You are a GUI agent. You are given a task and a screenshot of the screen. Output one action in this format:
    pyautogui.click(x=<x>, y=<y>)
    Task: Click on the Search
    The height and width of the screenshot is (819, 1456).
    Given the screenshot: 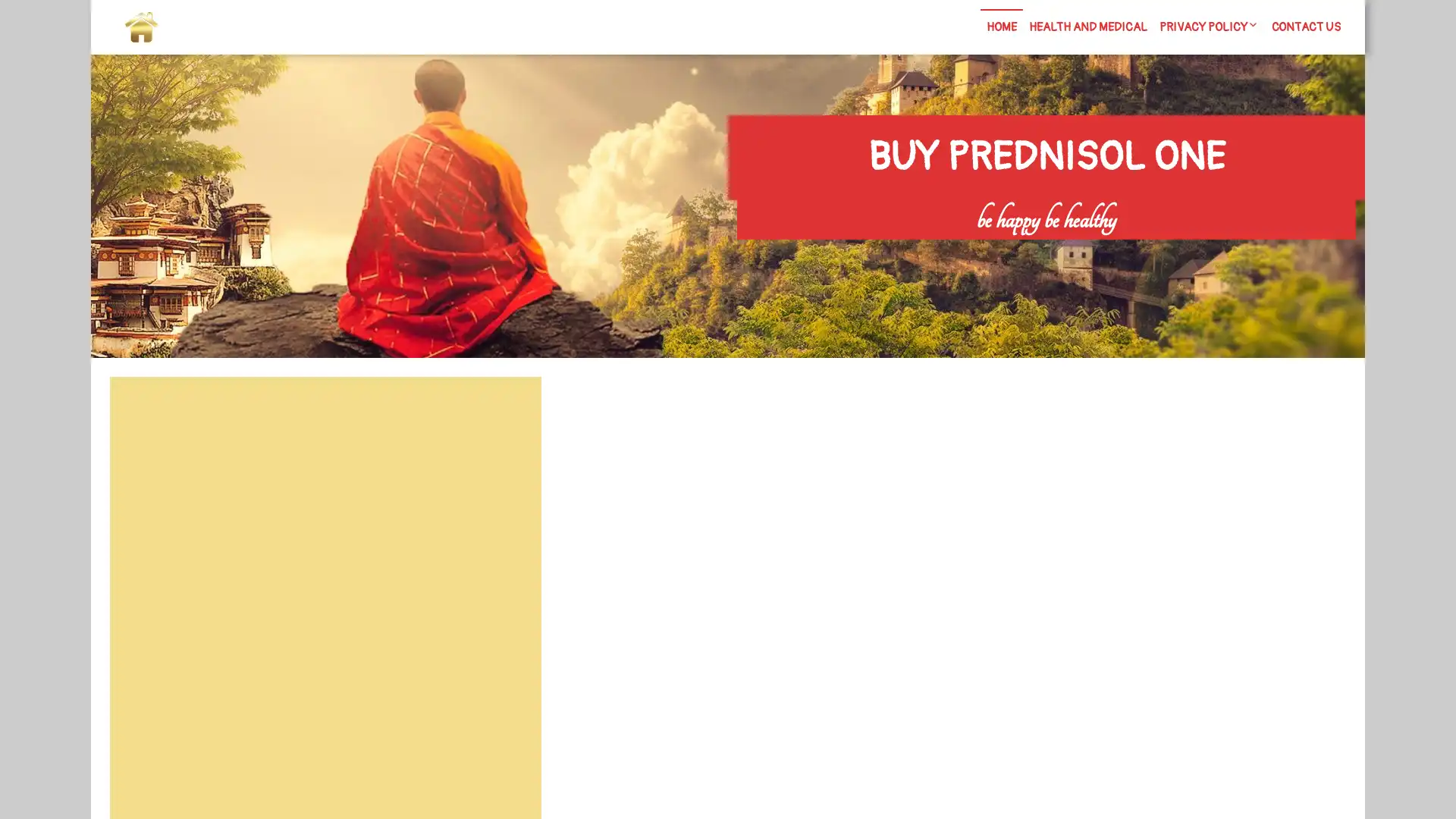 What is the action you would take?
    pyautogui.click(x=1181, y=248)
    